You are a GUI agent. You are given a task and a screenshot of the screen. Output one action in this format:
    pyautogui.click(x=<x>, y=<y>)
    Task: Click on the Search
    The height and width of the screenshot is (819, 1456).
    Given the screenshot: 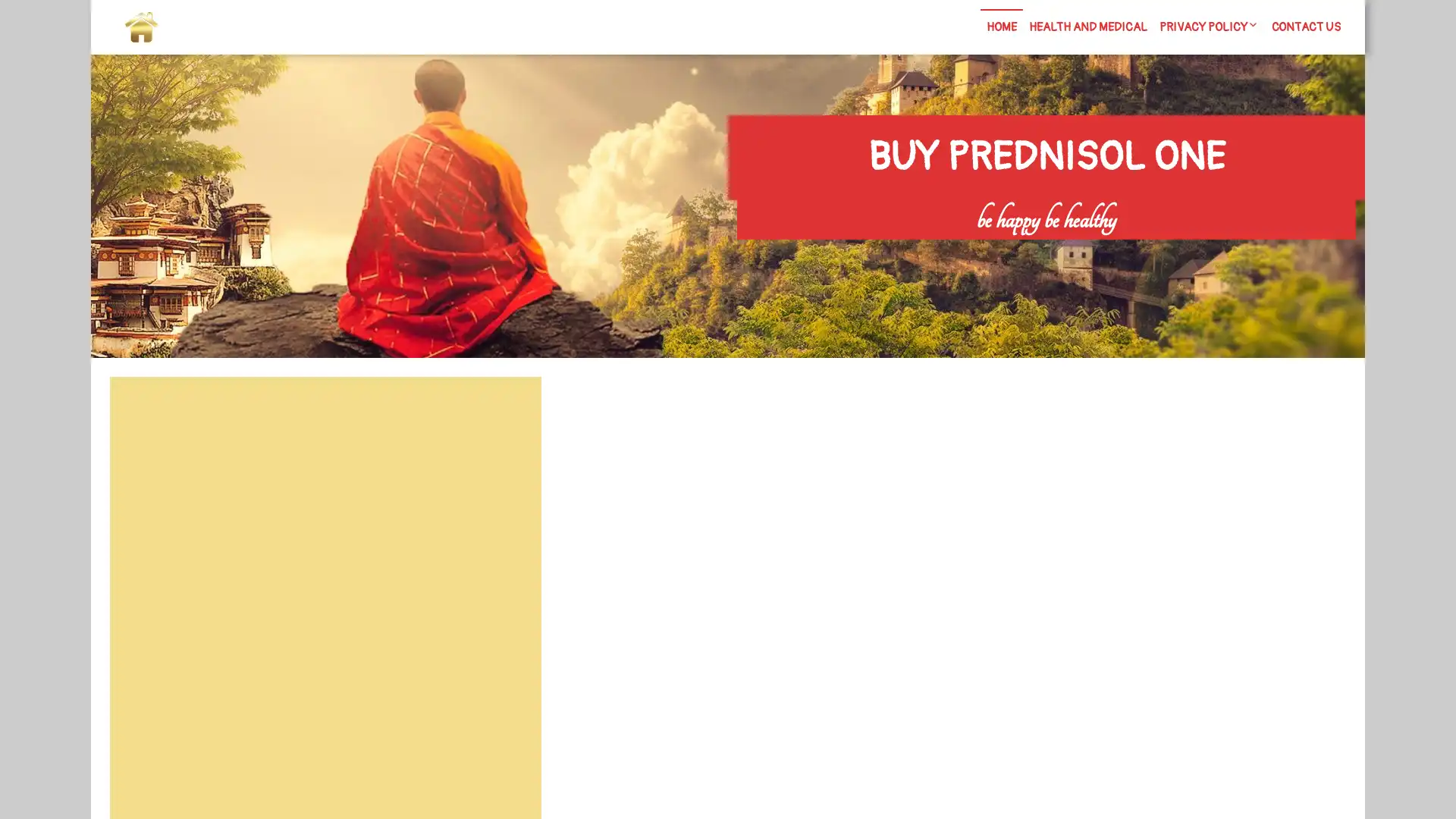 What is the action you would take?
    pyautogui.click(x=1181, y=248)
    